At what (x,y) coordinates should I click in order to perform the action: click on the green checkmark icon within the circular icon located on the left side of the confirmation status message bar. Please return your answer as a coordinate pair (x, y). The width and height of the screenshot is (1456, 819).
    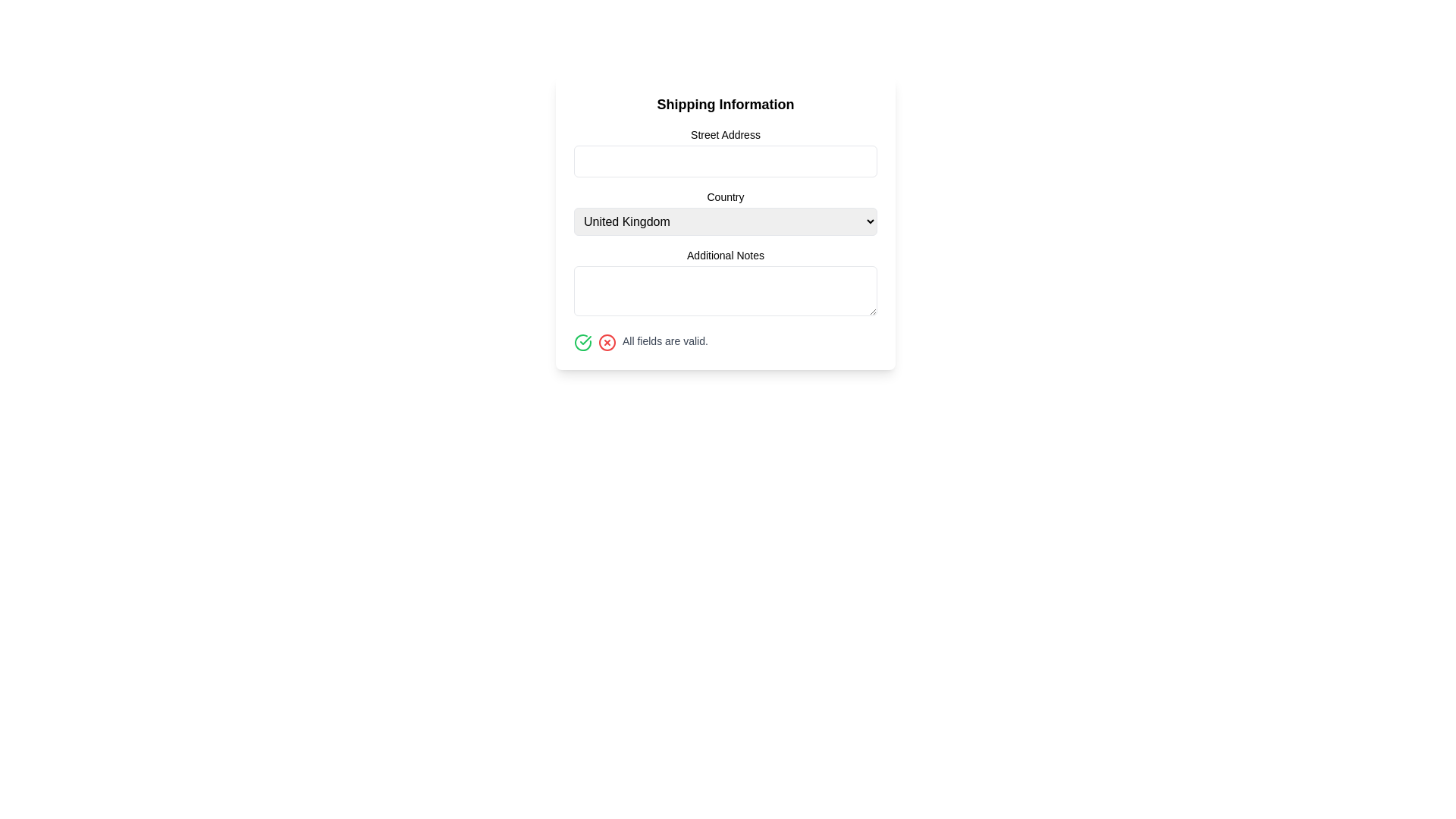
    Looking at the image, I should click on (585, 339).